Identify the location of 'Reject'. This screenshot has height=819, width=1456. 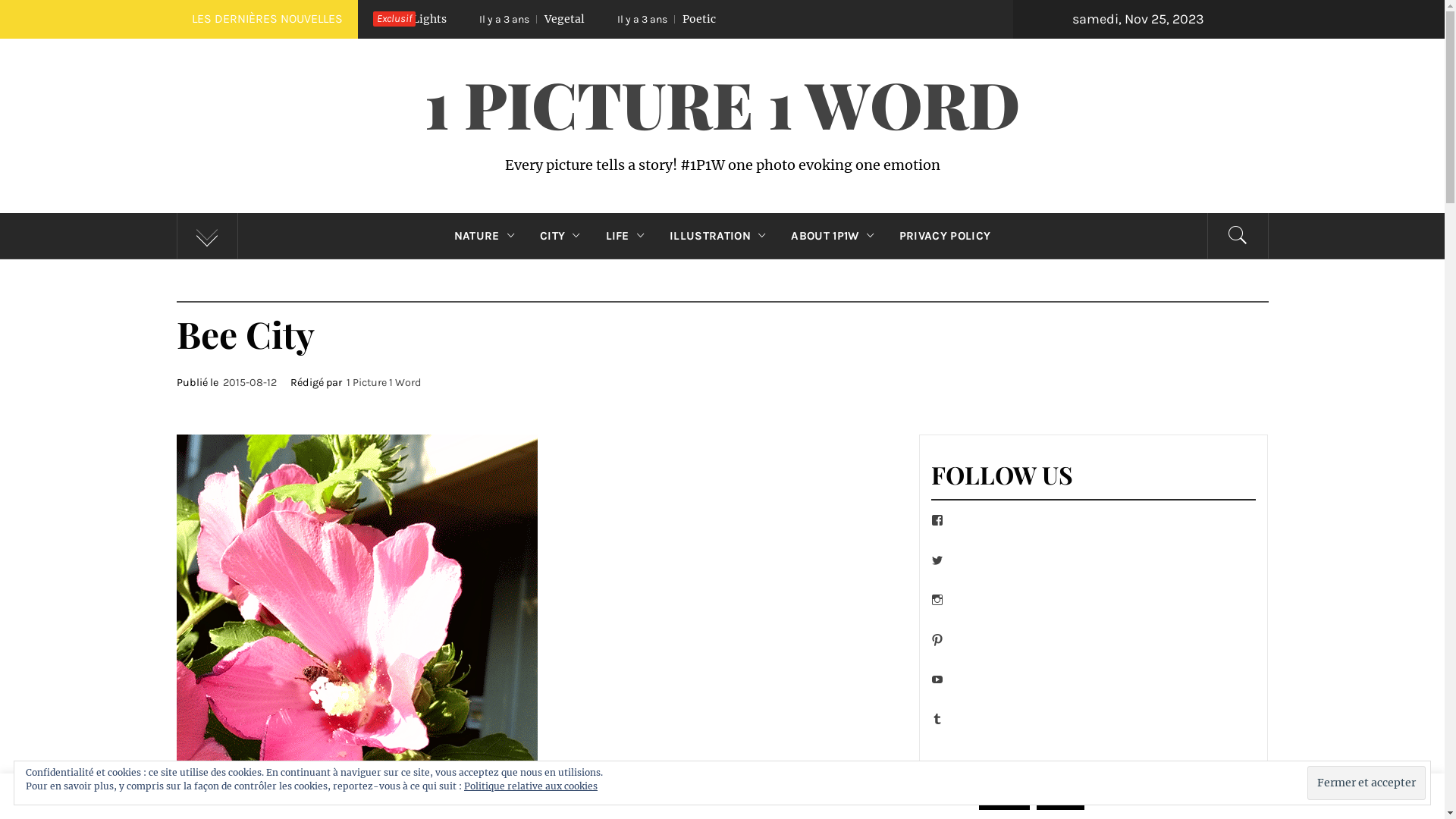
(1059, 797).